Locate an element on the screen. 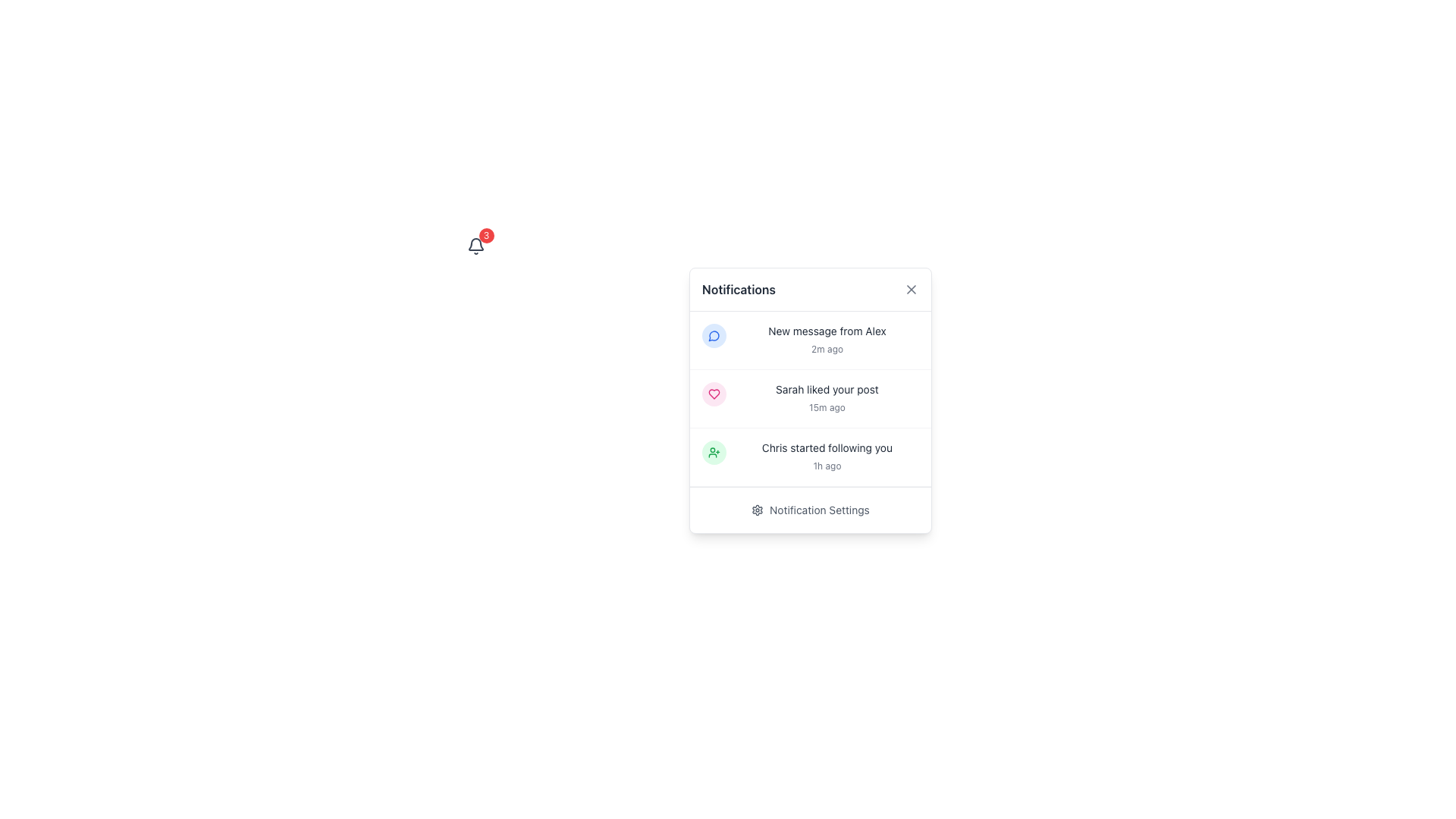 The image size is (1456, 819). the user icon with a plus symbol, which is styled with a green foreground and a light-green circular background, located in the notifications menu is located at coordinates (713, 452).